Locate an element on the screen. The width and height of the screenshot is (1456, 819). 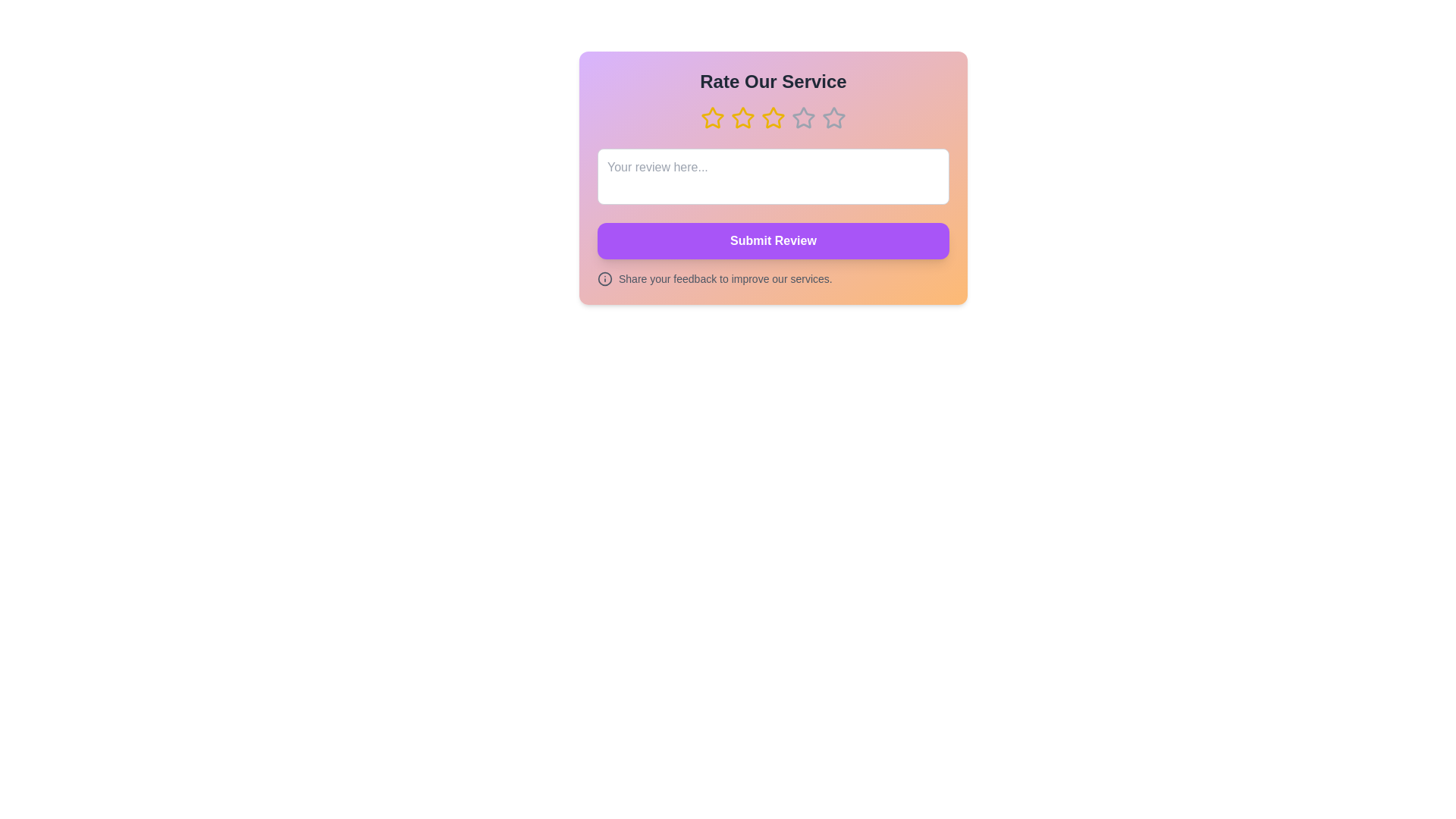
the fourth star in the five-star rating system for interaction is located at coordinates (803, 117).